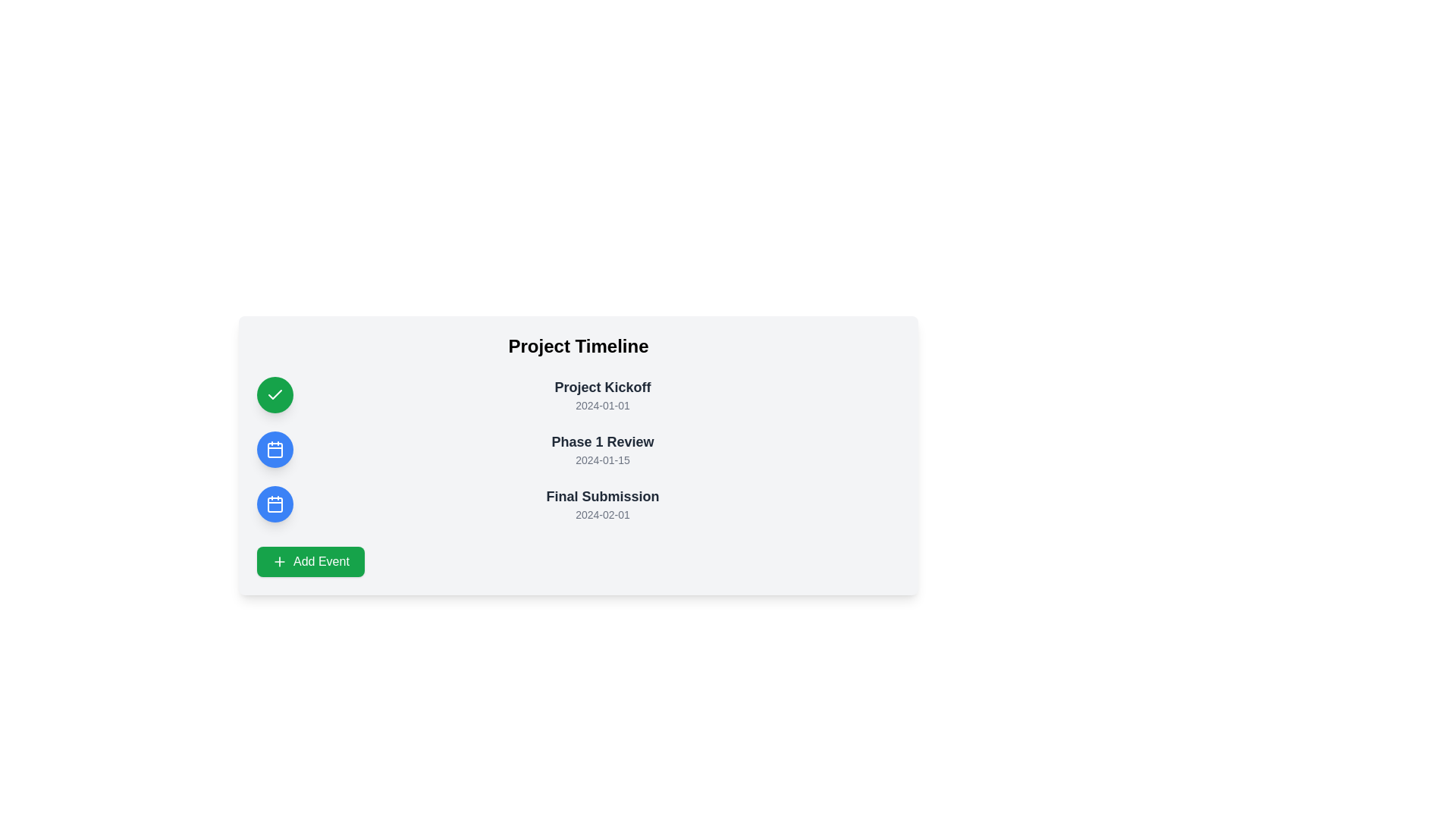  Describe the element at coordinates (275, 449) in the screenshot. I see `the calendar icon in the left sidebar, which is outlined in white on a blue circular background` at that location.